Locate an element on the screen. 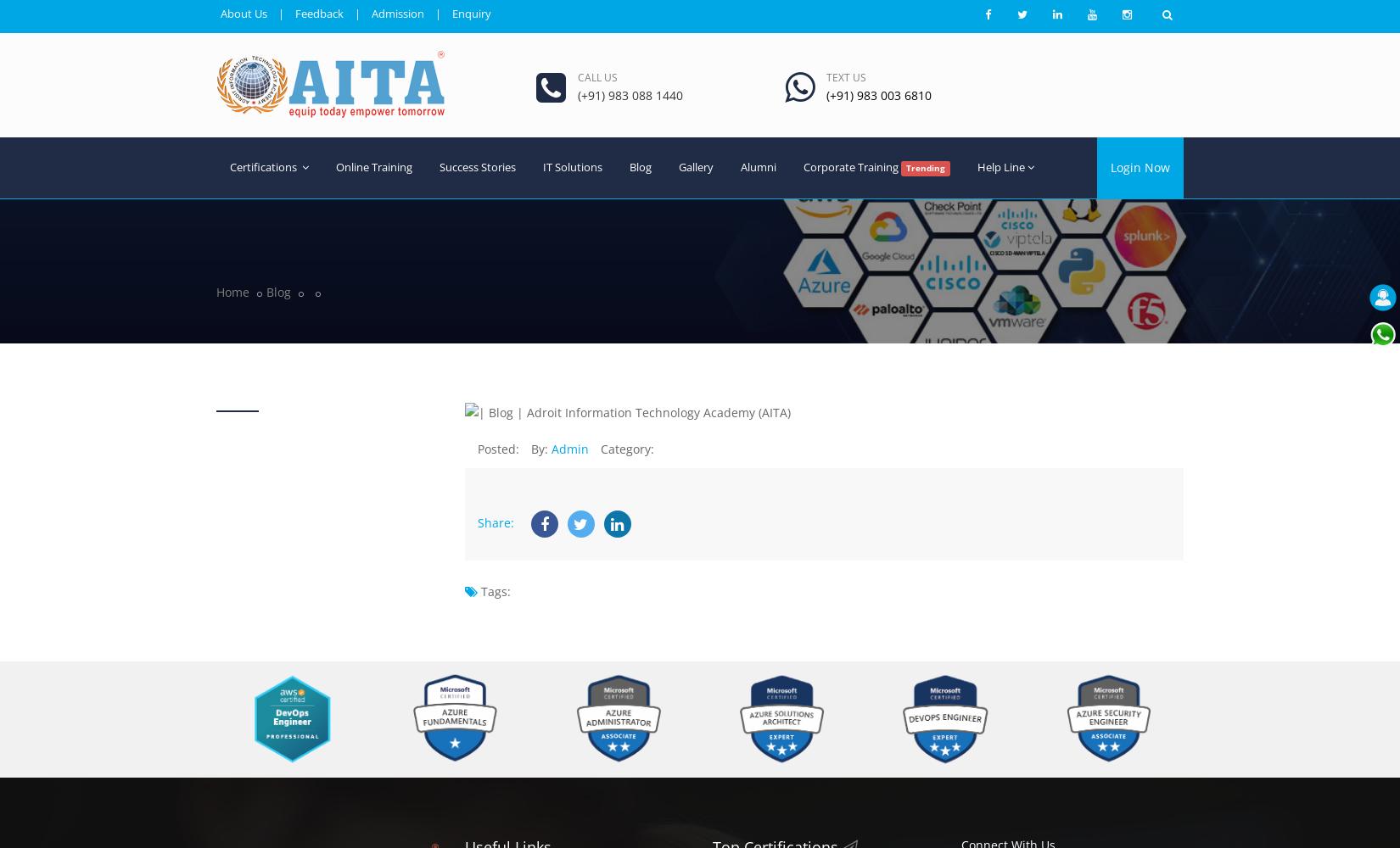  'Enquiry' is located at coordinates (471, 14).